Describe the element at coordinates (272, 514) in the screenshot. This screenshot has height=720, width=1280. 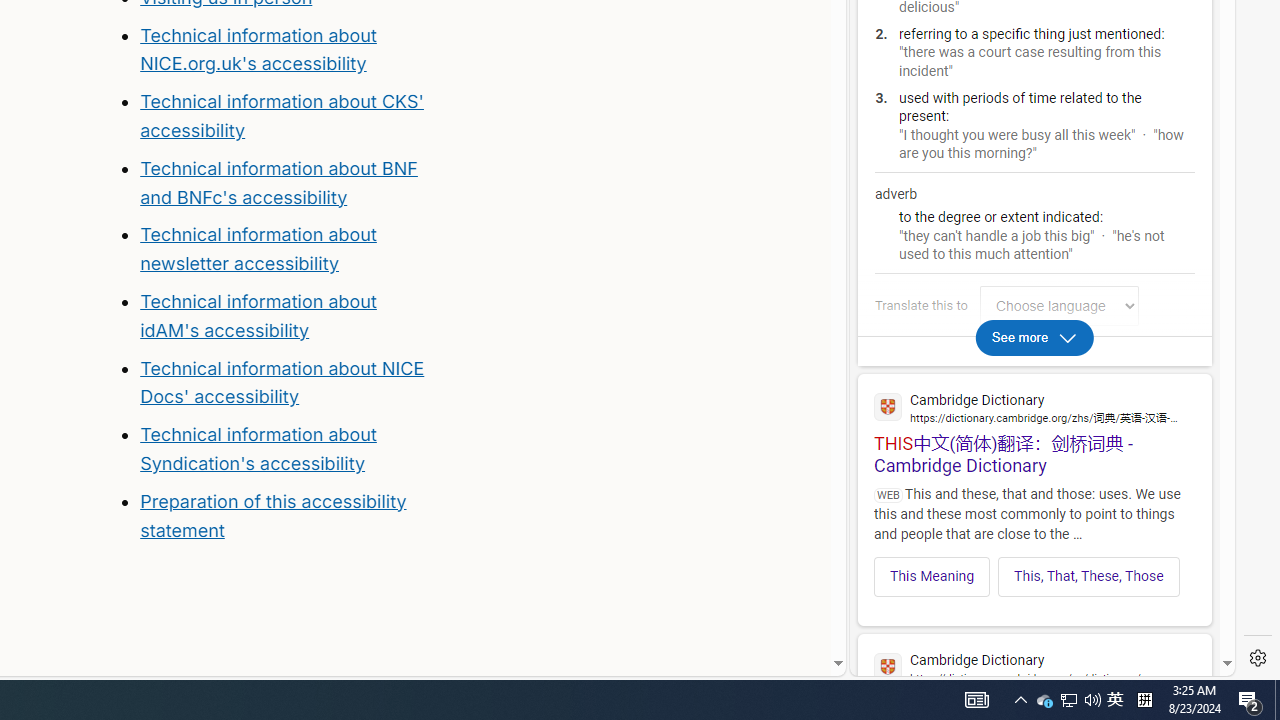
I see `'Preparation of this accessibility statement'` at that location.